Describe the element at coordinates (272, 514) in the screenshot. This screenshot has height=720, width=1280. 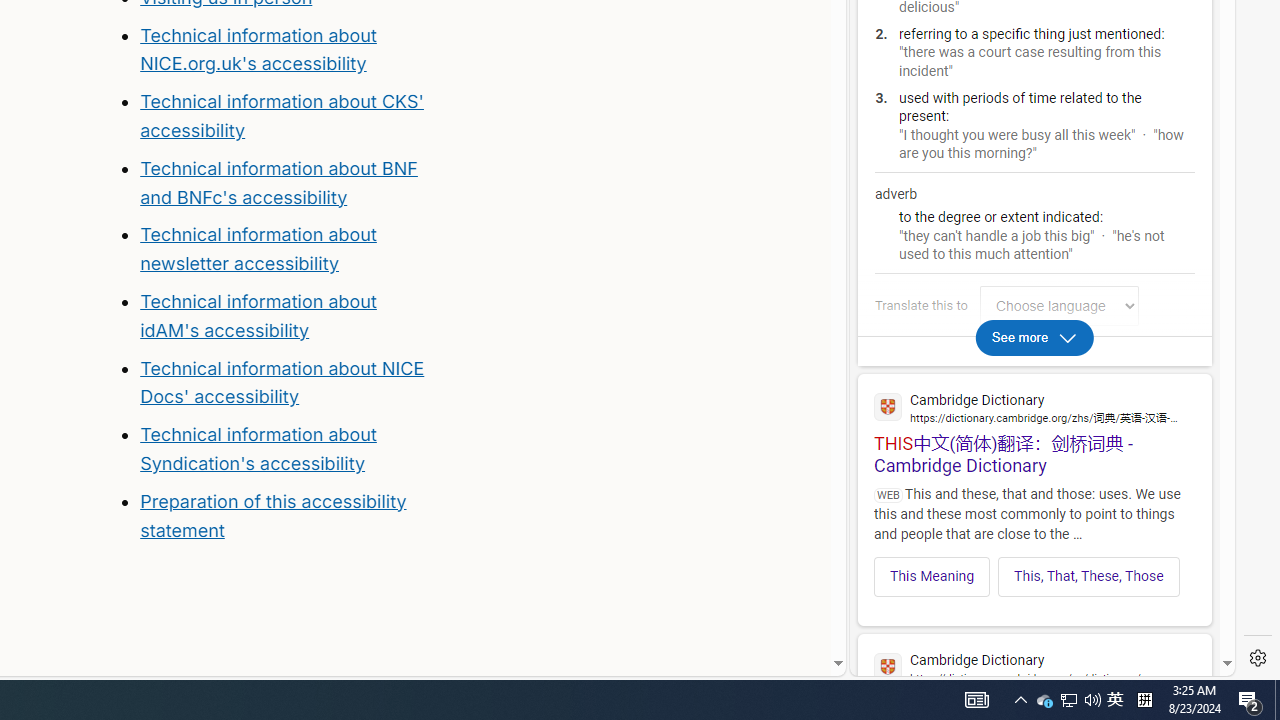
I see `'Preparation of this accessibility statement'` at that location.